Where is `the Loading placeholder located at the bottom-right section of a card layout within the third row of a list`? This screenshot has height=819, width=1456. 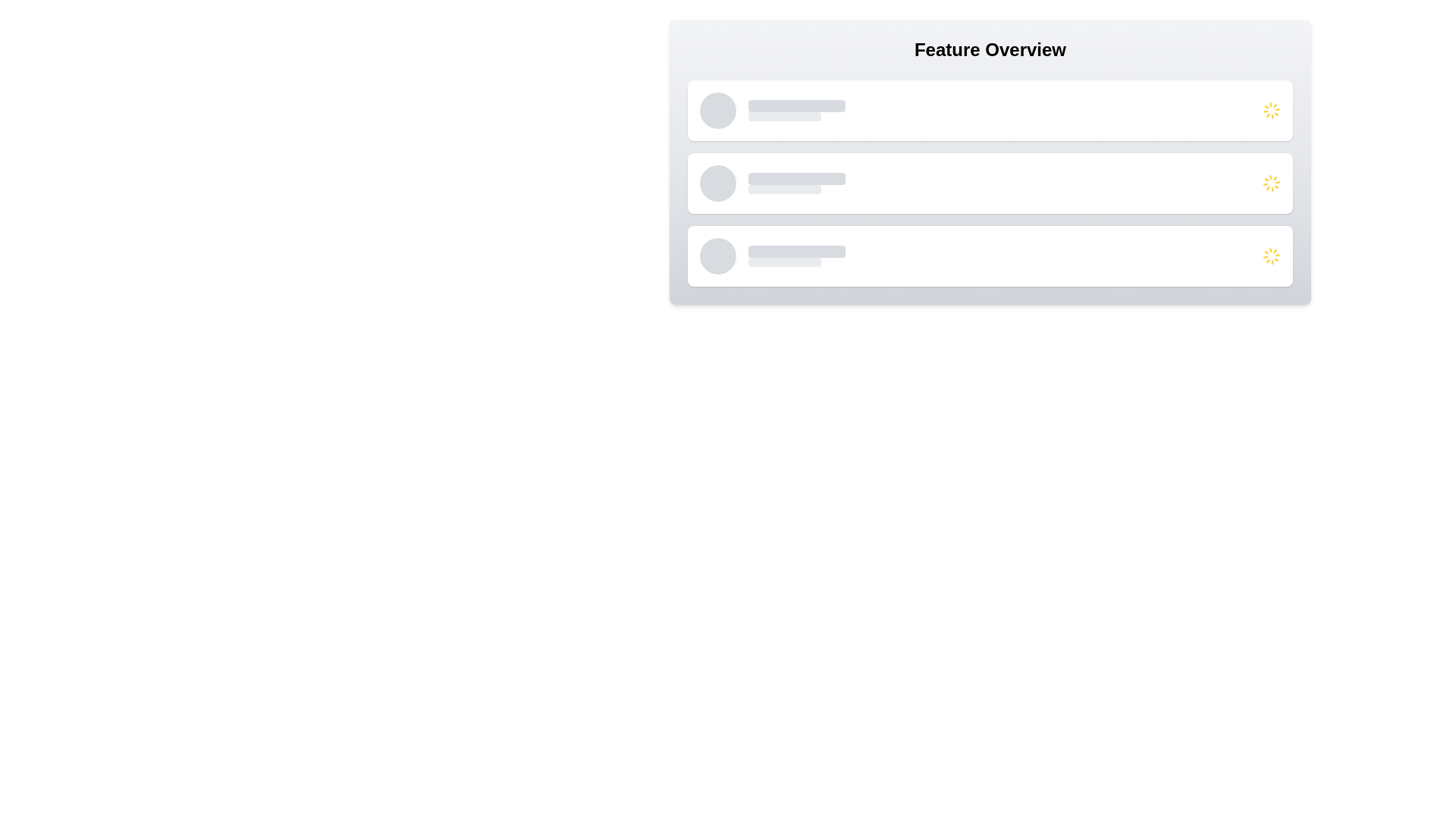 the Loading placeholder located at the bottom-right section of a card layout within the third row of a list is located at coordinates (785, 262).